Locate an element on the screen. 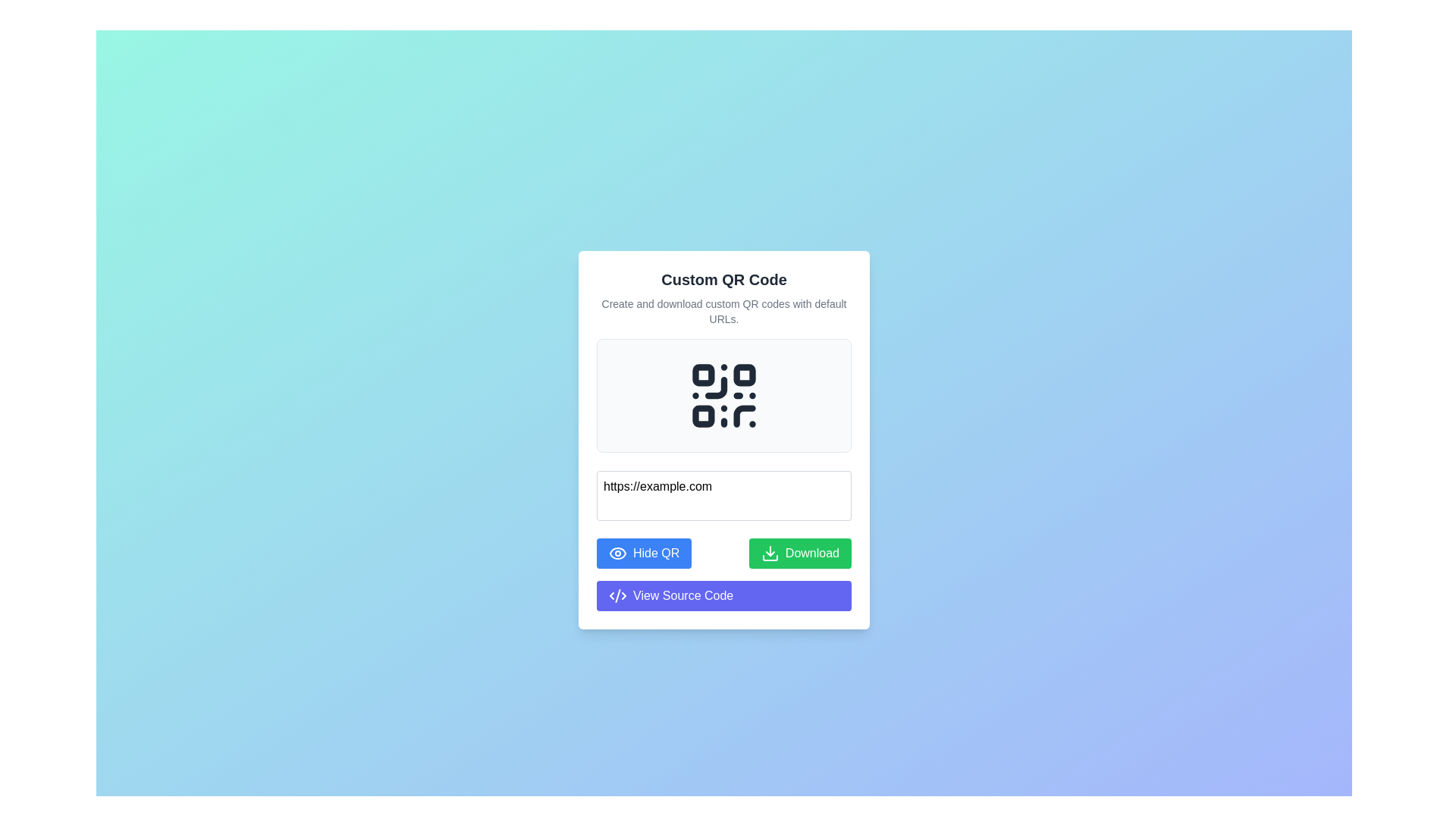 The height and width of the screenshot is (819, 1456). the button located below the text input field and adjacent to the green 'Download' button is located at coordinates (644, 553).